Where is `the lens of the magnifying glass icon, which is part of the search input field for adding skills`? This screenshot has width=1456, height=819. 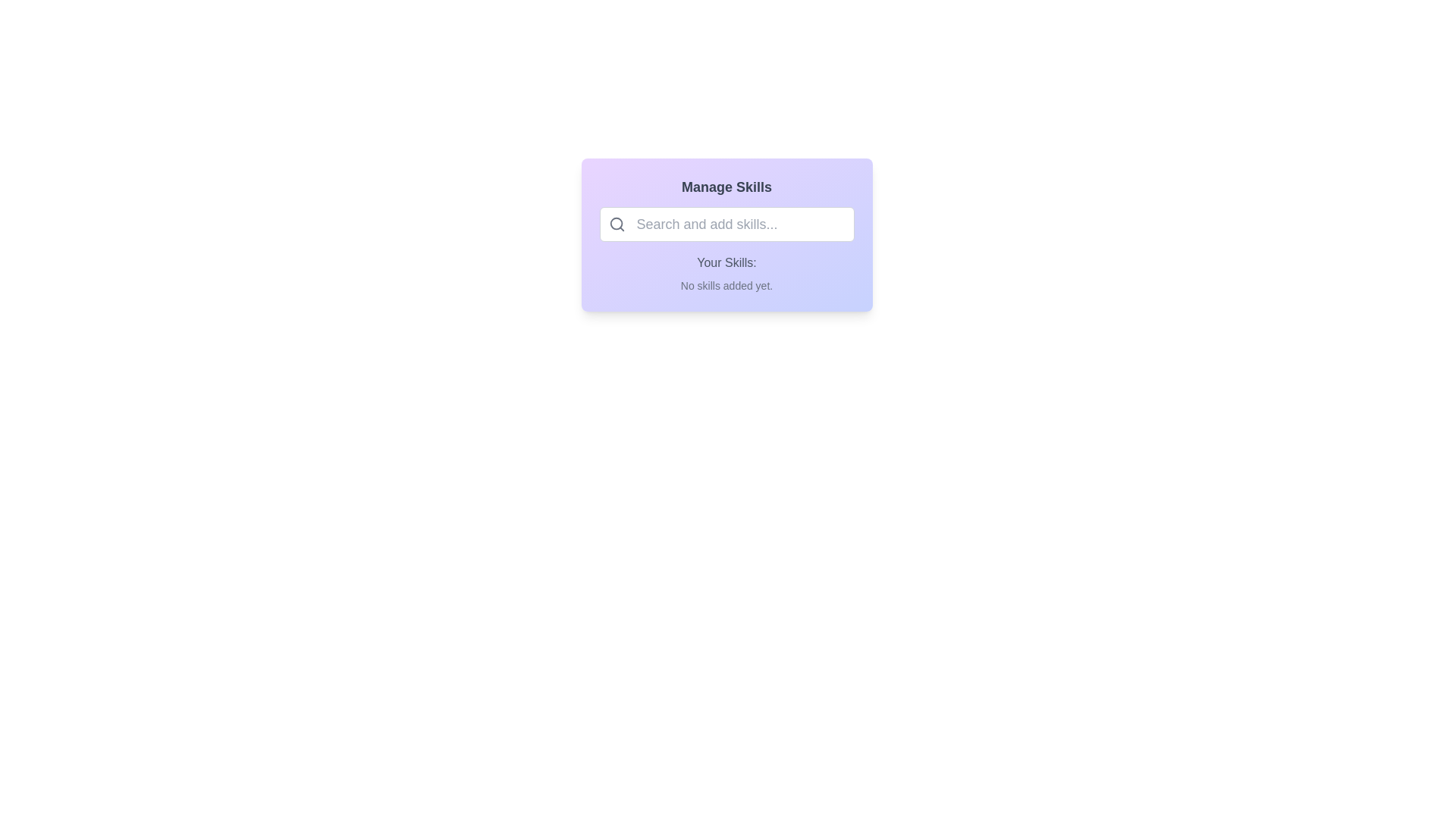 the lens of the magnifying glass icon, which is part of the search input field for adding skills is located at coordinates (616, 224).